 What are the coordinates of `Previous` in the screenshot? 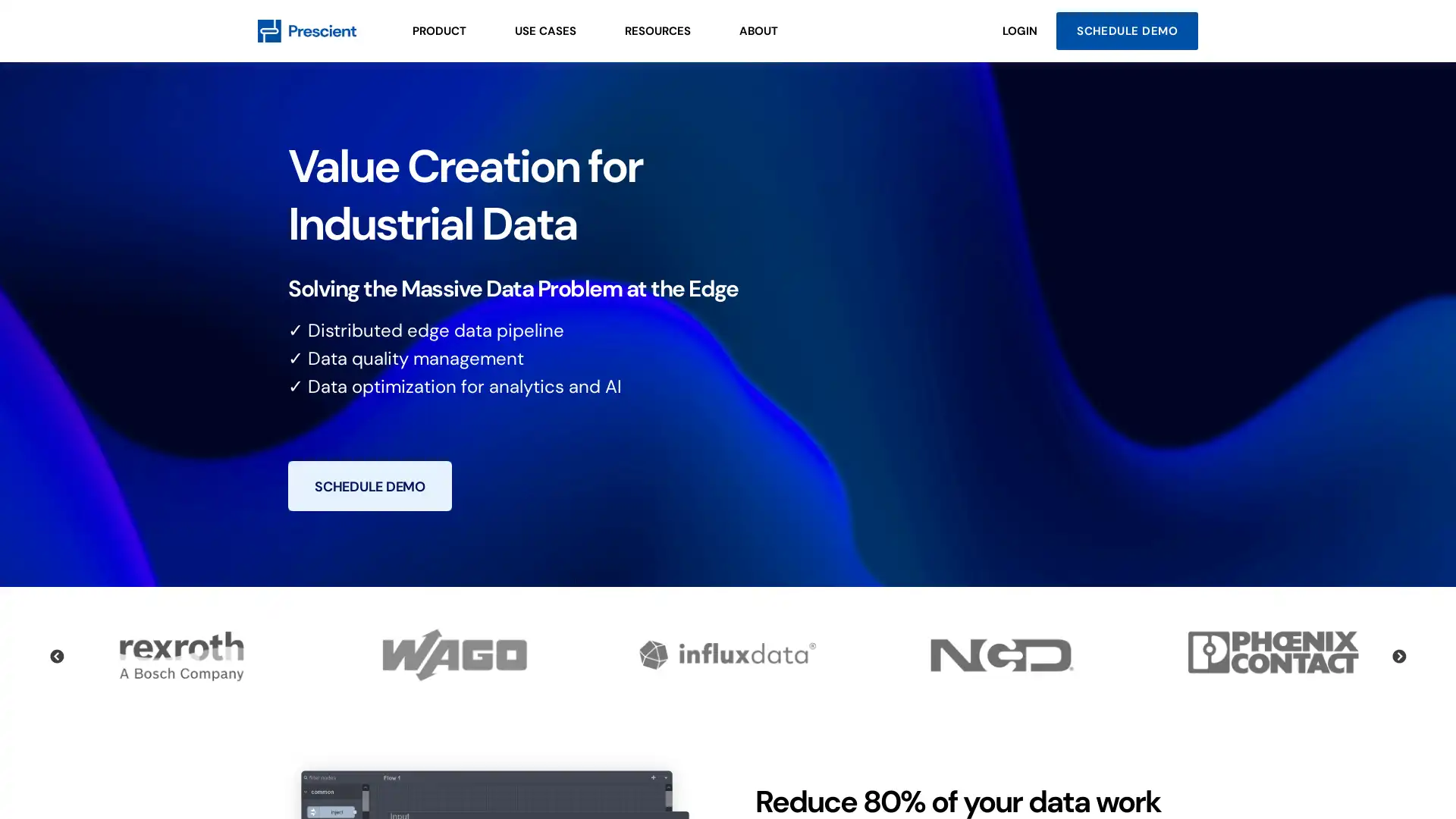 It's located at (57, 657).